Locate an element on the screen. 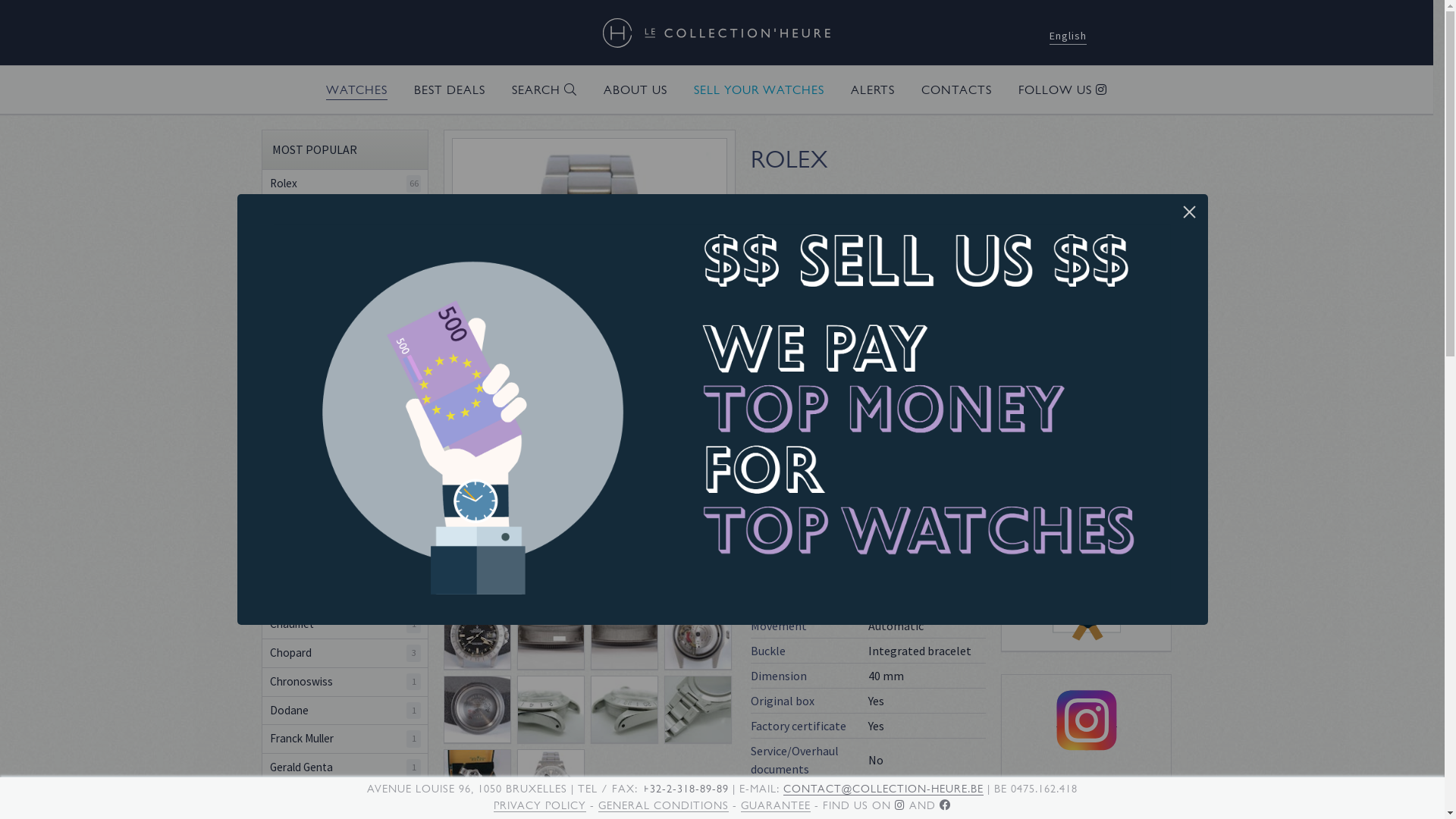  'SELL YOUR WATCHES' is located at coordinates (759, 90).